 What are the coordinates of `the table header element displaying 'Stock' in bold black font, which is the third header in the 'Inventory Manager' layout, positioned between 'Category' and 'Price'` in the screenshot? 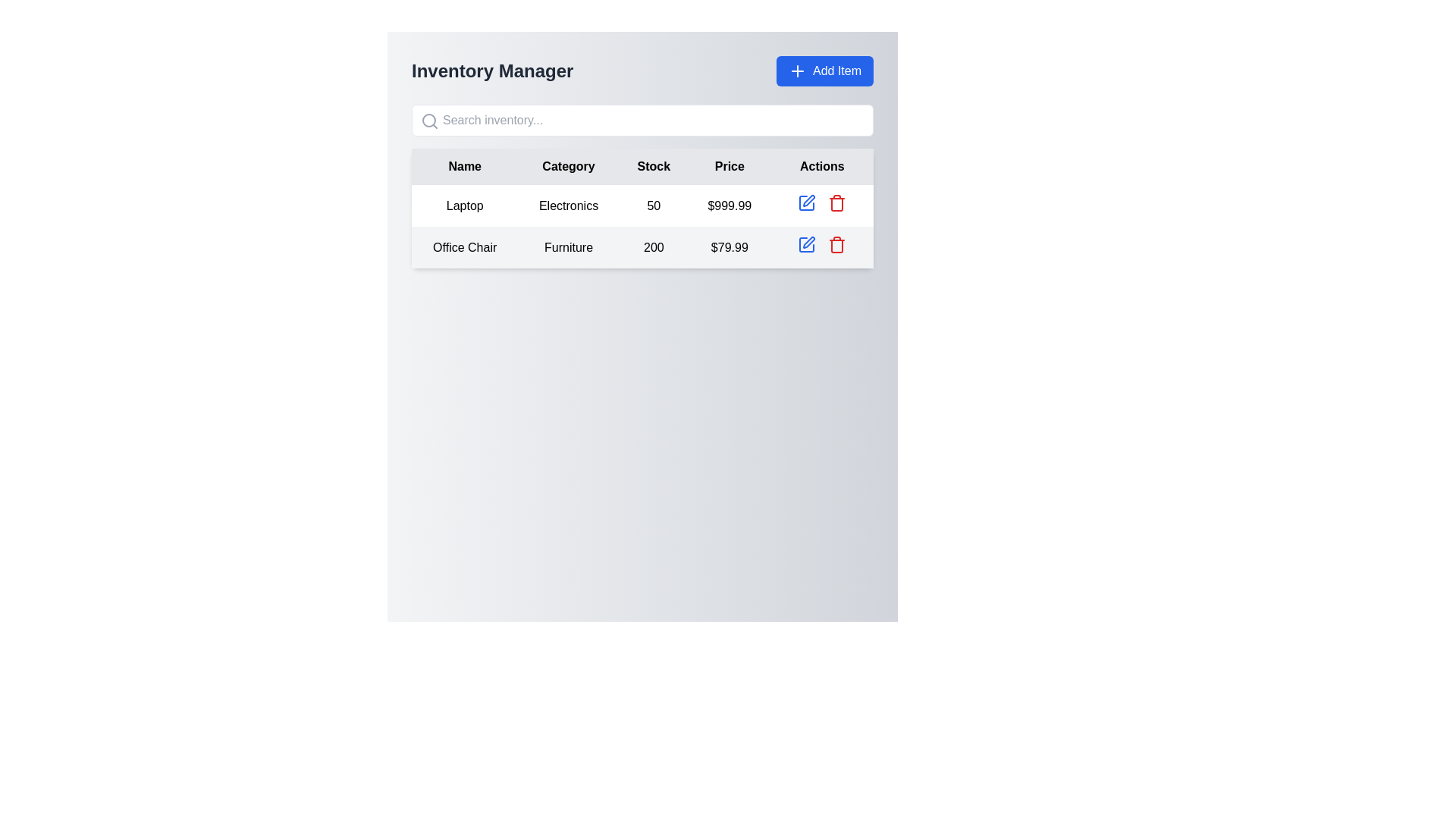 It's located at (654, 166).